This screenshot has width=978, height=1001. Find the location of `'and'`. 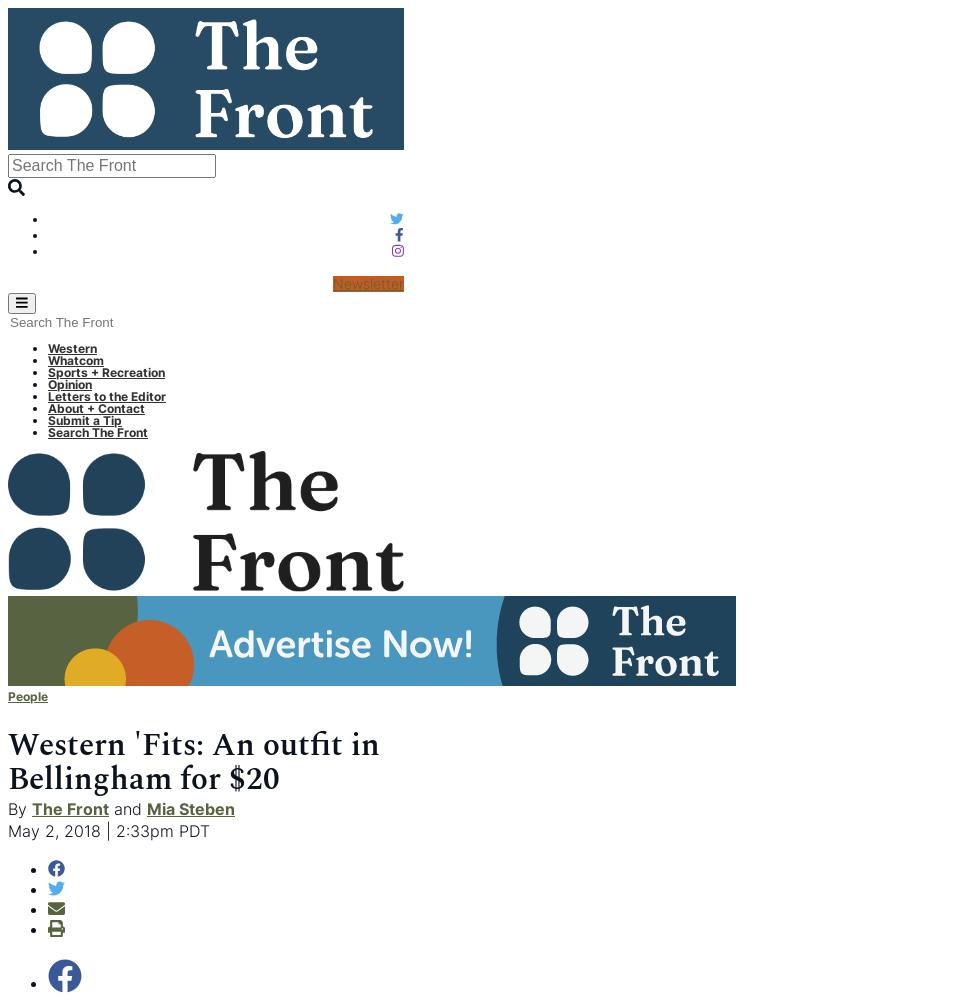

'and' is located at coordinates (109, 808).